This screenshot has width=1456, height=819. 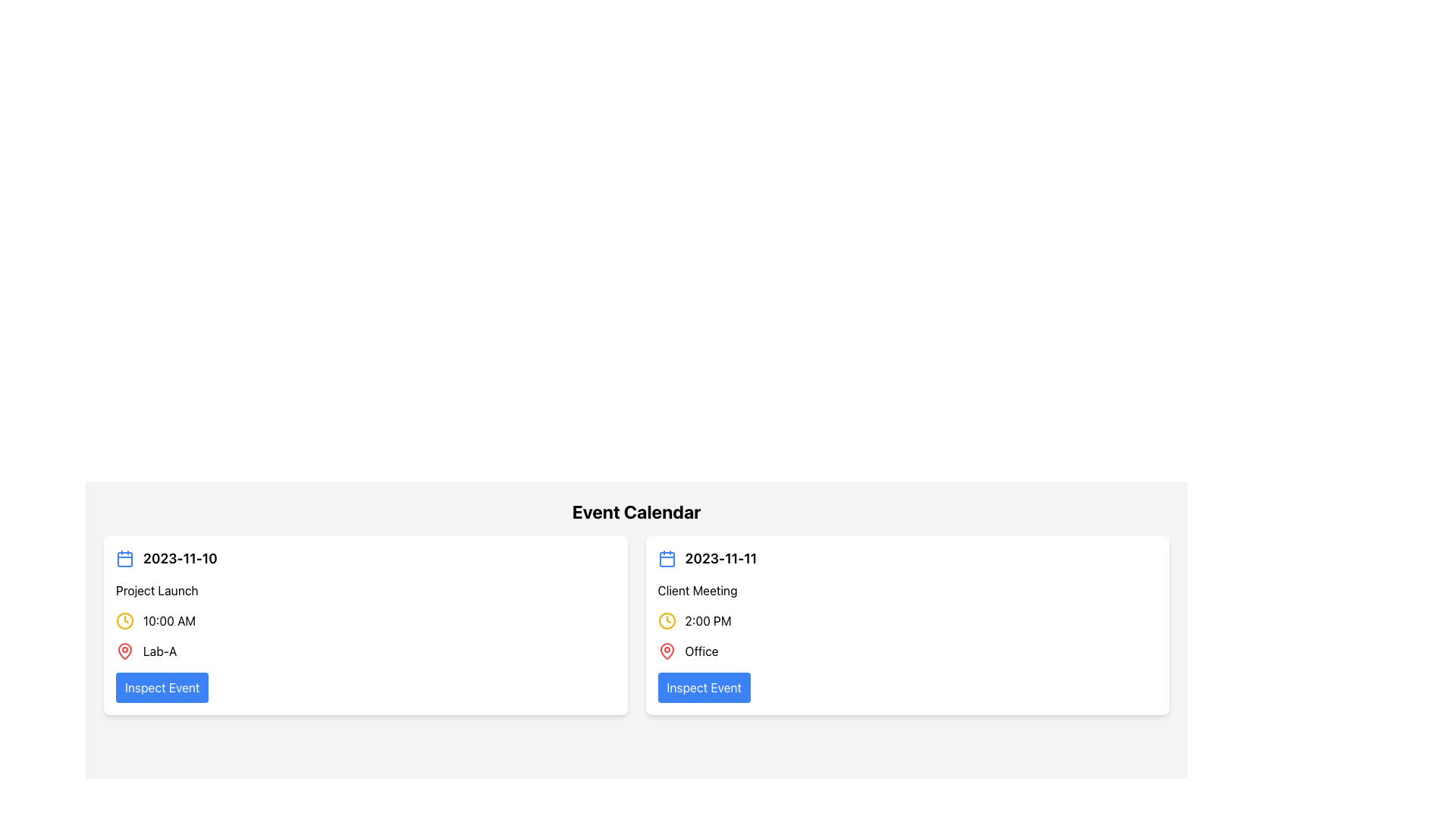 What do you see at coordinates (169, 620) in the screenshot?
I see `the static text indicating the scheduled event's starting time located within the event card for '2023-11-10', positioned right to a clock icon` at bounding box center [169, 620].